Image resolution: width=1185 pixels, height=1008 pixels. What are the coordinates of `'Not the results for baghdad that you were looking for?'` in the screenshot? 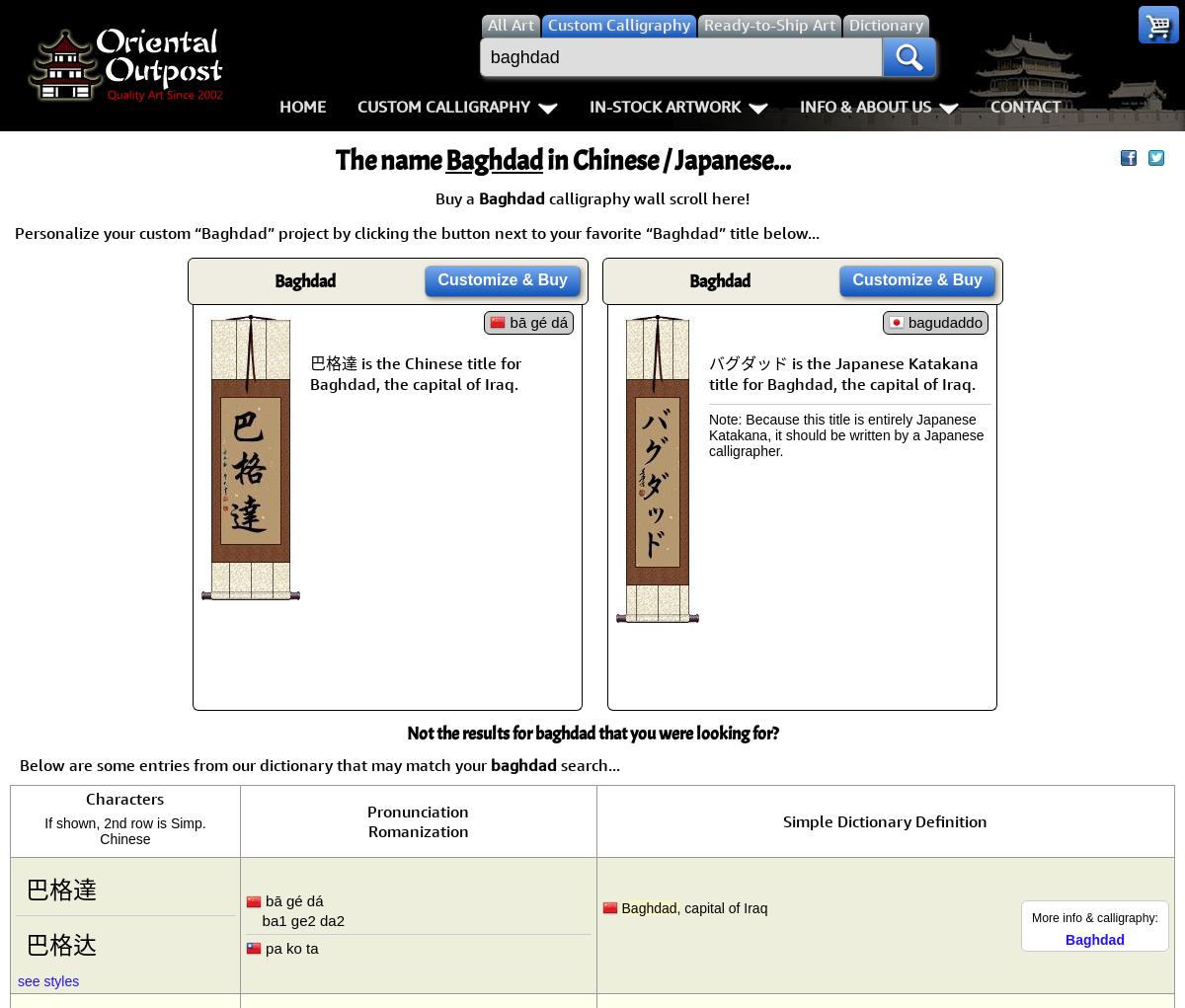 It's located at (592, 733).